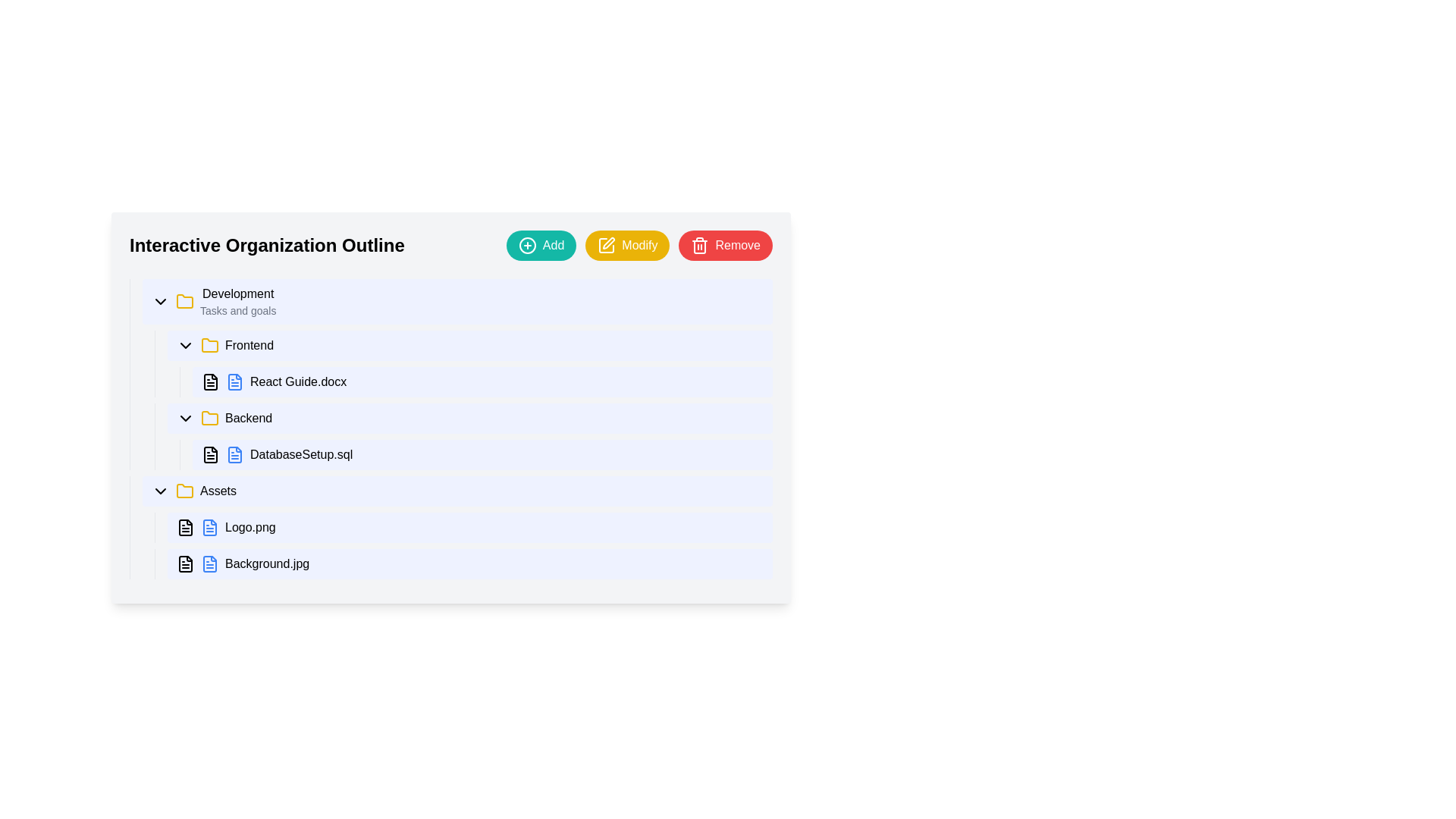 Image resolution: width=1456 pixels, height=819 pixels. Describe the element at coordinates (541, 245) in the screenshot. I see `the 'Add' button located in the top-right section of the interface` at that location.